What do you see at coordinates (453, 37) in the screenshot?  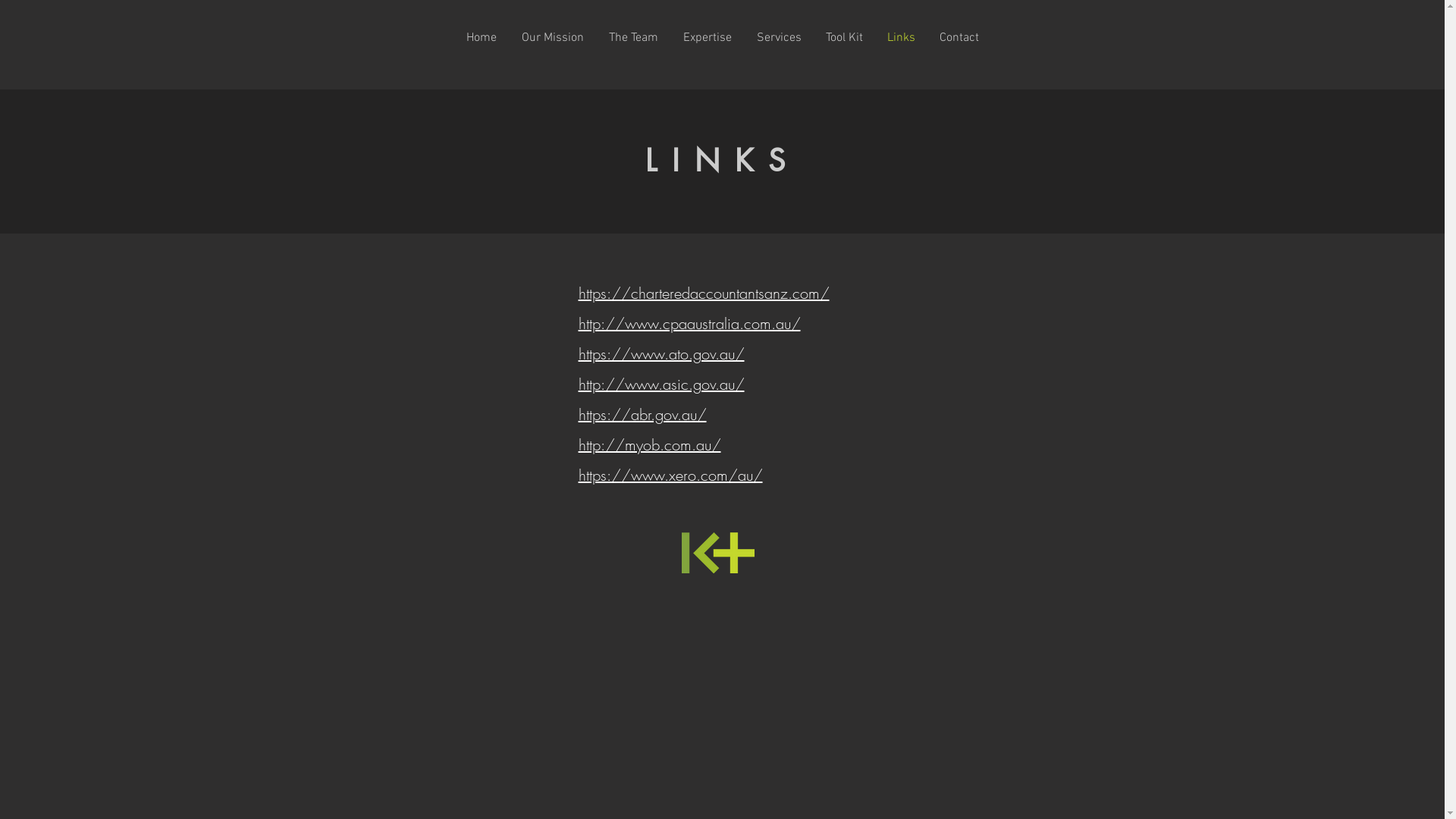 I see `'Home'` at bounding box center [453, 37].